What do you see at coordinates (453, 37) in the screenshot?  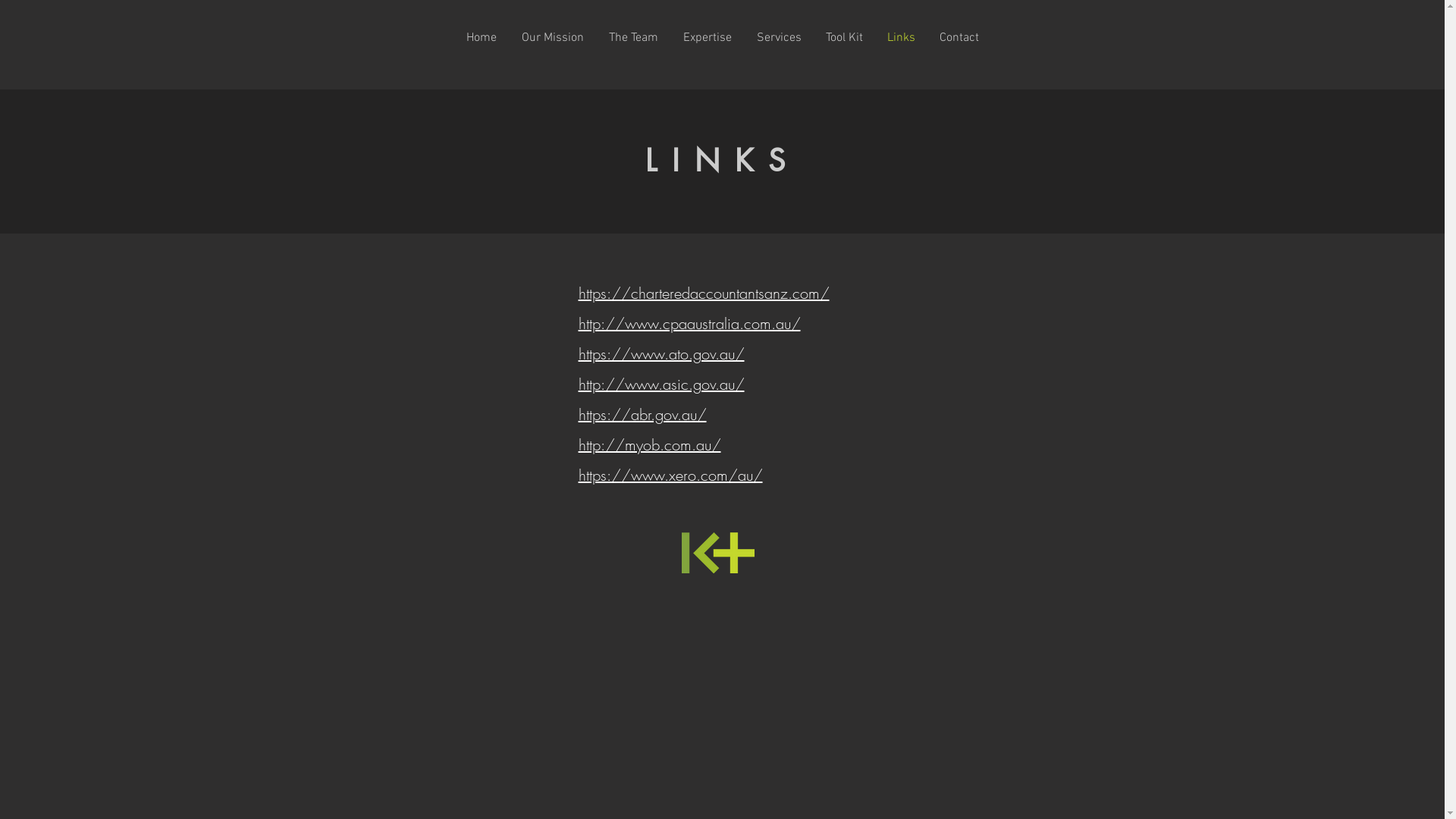 I see `'Home'` at bounding box center [453, 37].